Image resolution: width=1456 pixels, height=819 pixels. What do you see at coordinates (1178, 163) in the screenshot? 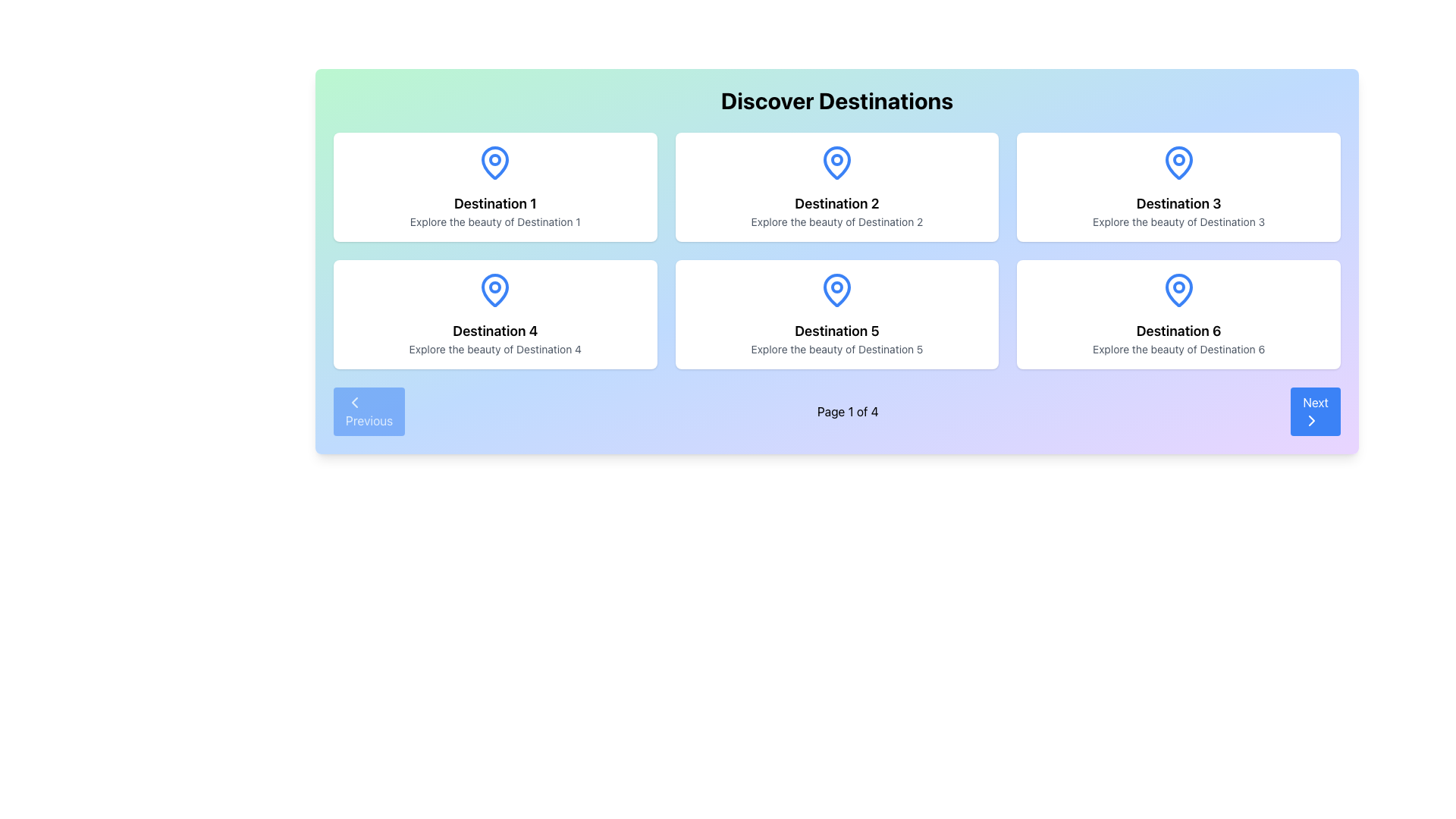
I see `the vector icon representing 'Destination 3' located in the third tile of the 'Discover Destinations' grid layout` at bounding box center [1178, 163].